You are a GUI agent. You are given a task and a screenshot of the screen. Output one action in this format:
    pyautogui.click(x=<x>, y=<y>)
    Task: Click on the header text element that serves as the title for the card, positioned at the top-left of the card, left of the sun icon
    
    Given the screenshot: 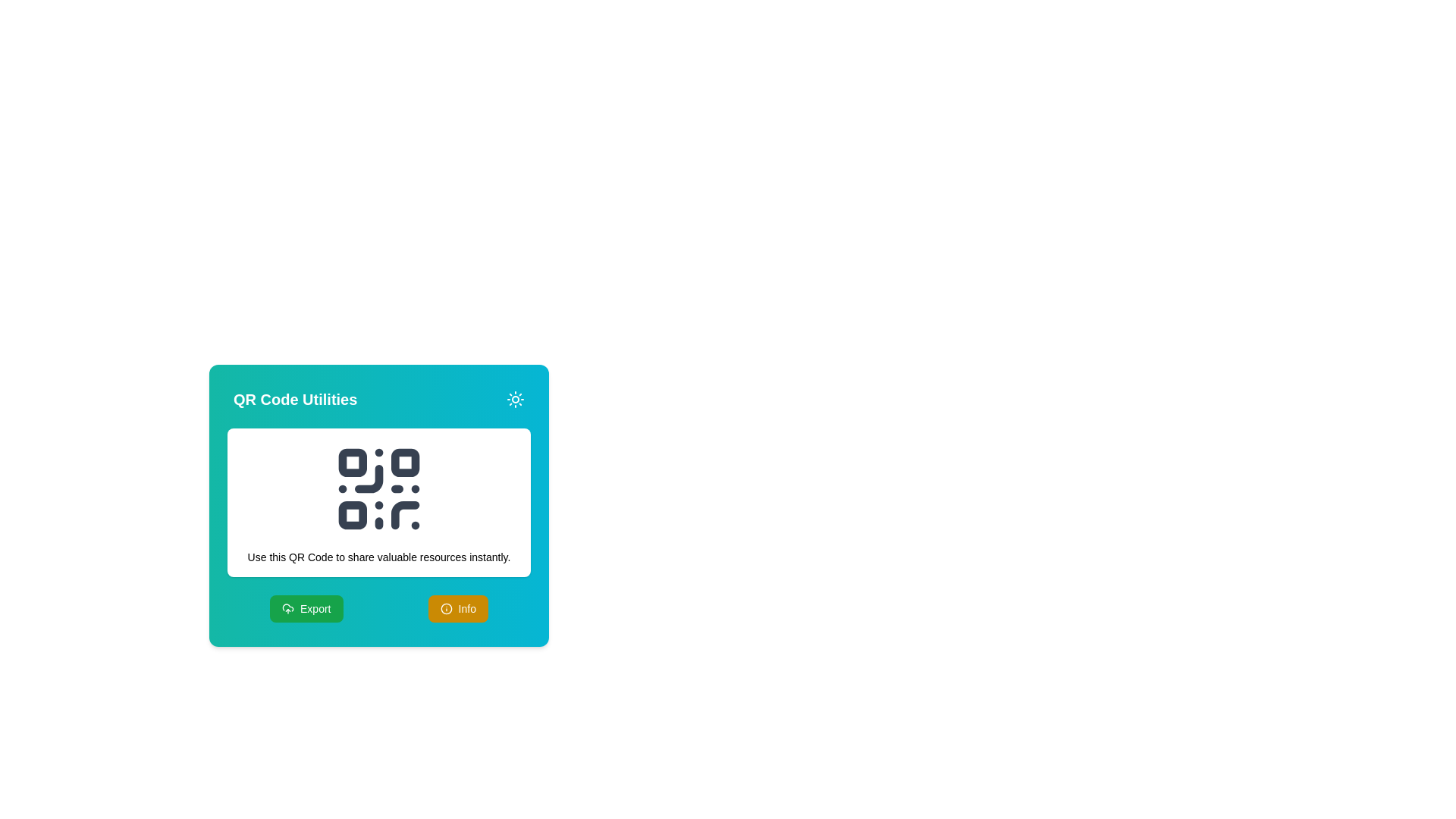 What is the action you would take?
    pyautogui.click(x=295, y=399)
    